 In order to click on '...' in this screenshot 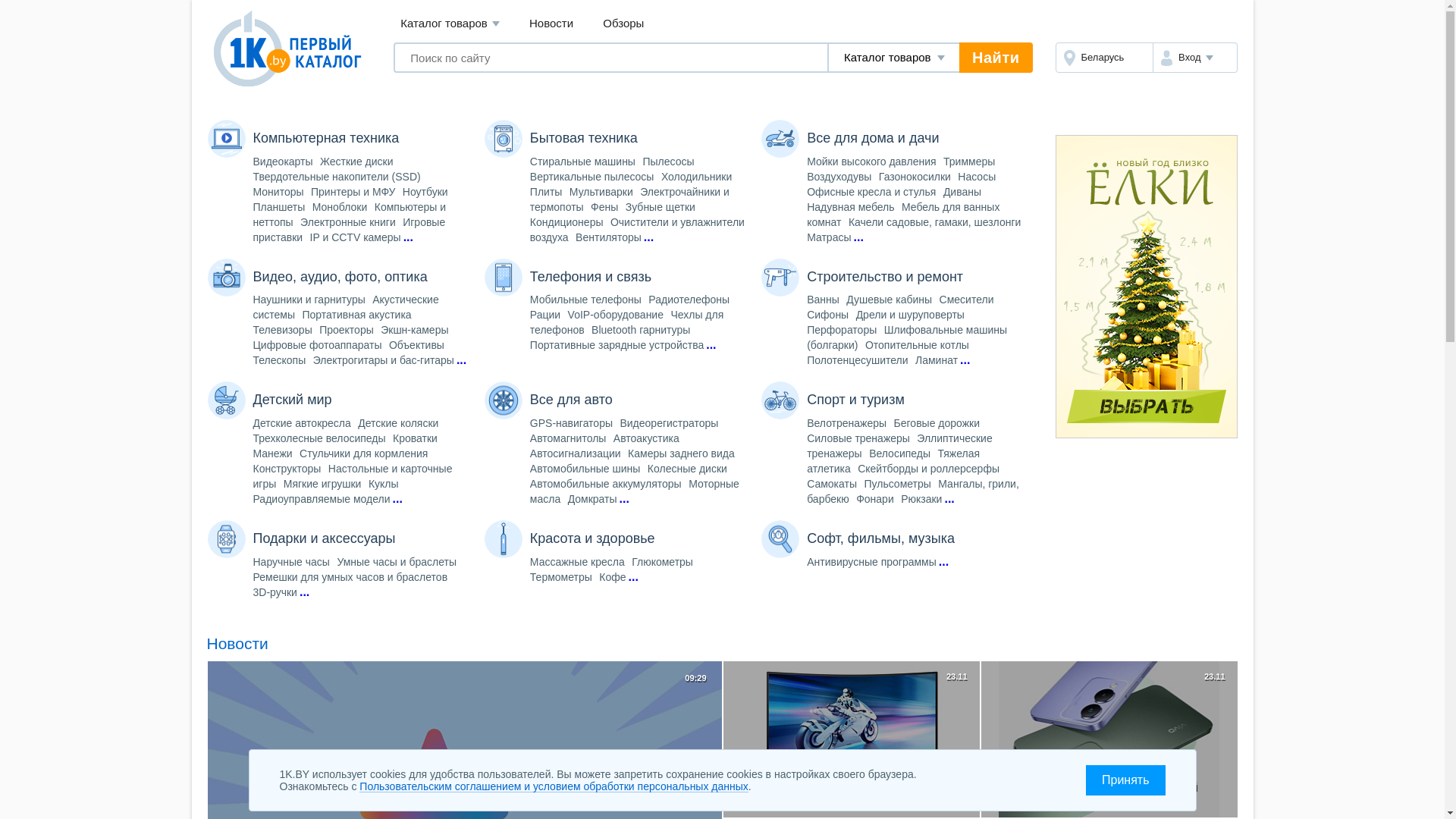, I will do `click(948, 499)`.